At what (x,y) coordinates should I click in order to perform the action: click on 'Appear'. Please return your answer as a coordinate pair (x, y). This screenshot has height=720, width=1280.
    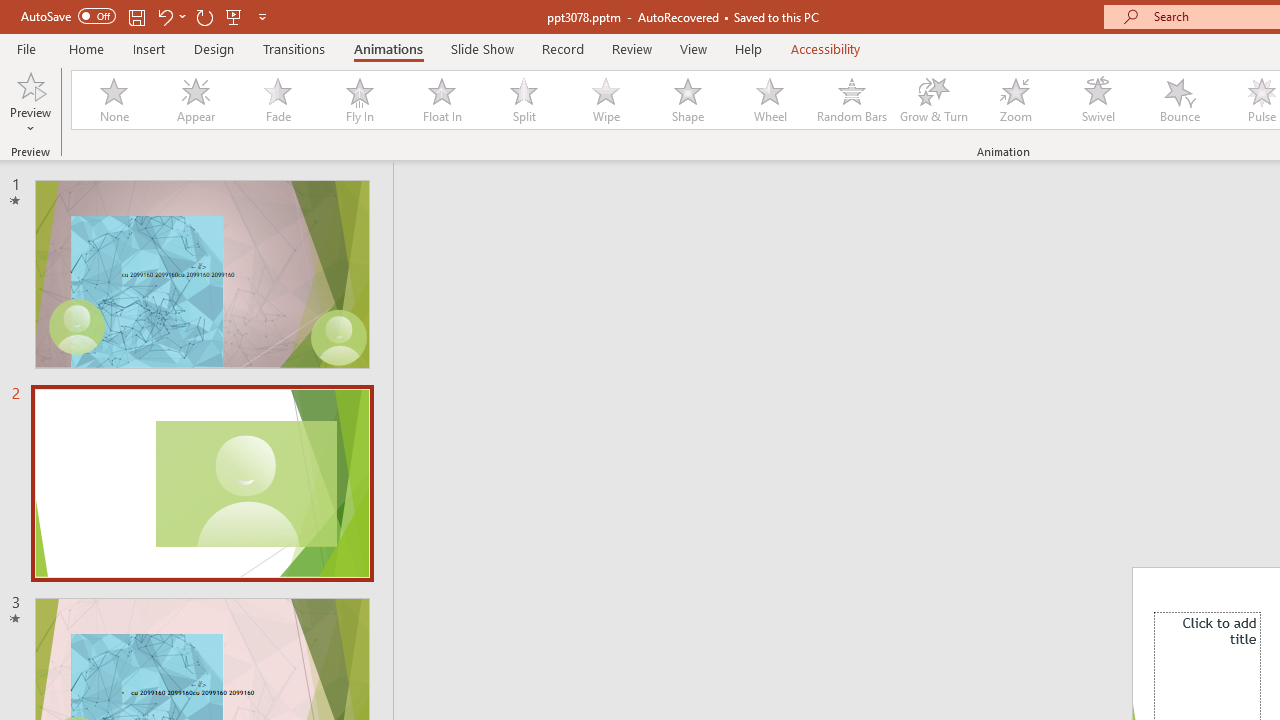
    Looking at the image, I should click on (195, 100).